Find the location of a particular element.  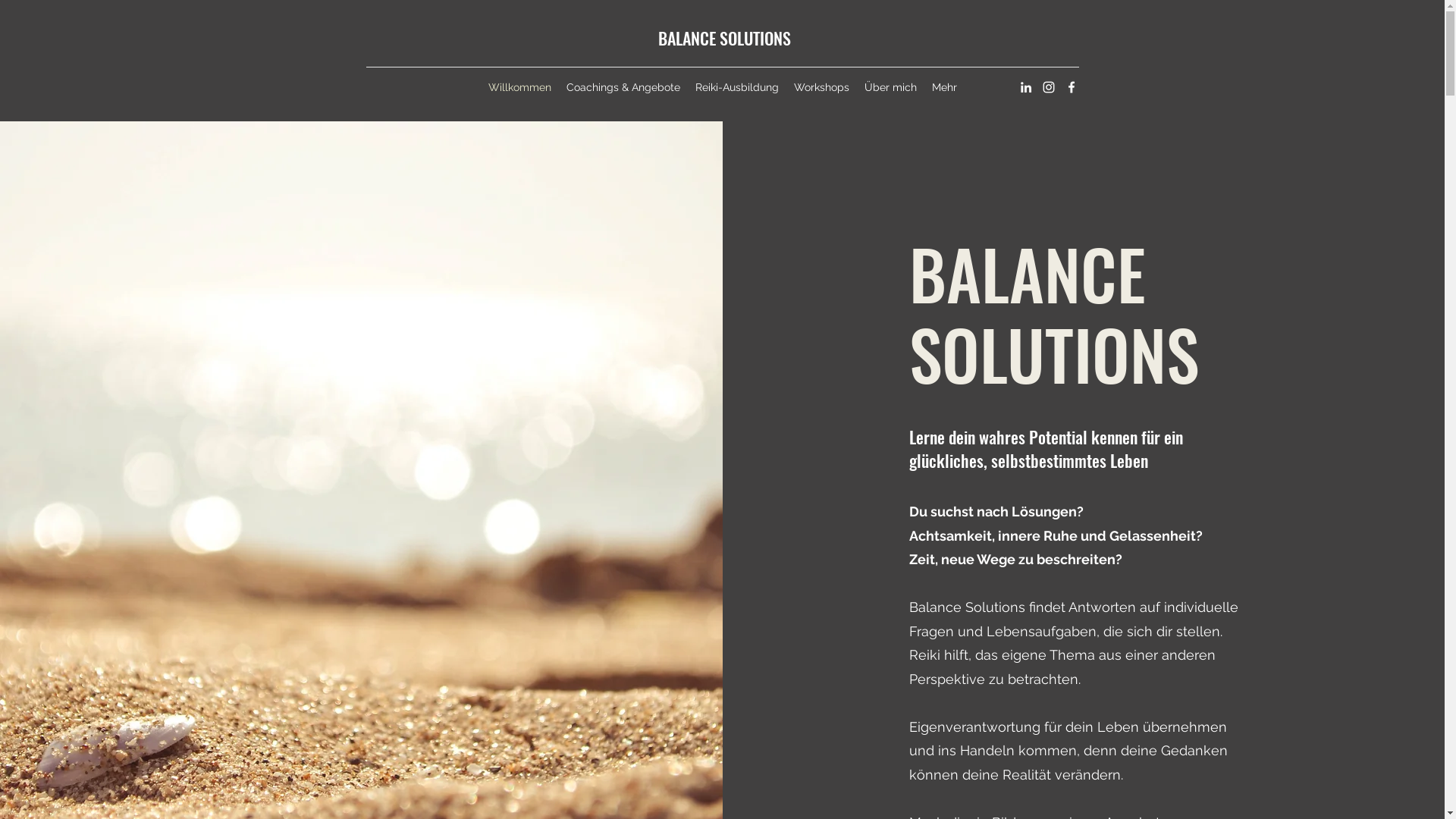

'Coachings & Angebote' is located at coordinates (557, 87).